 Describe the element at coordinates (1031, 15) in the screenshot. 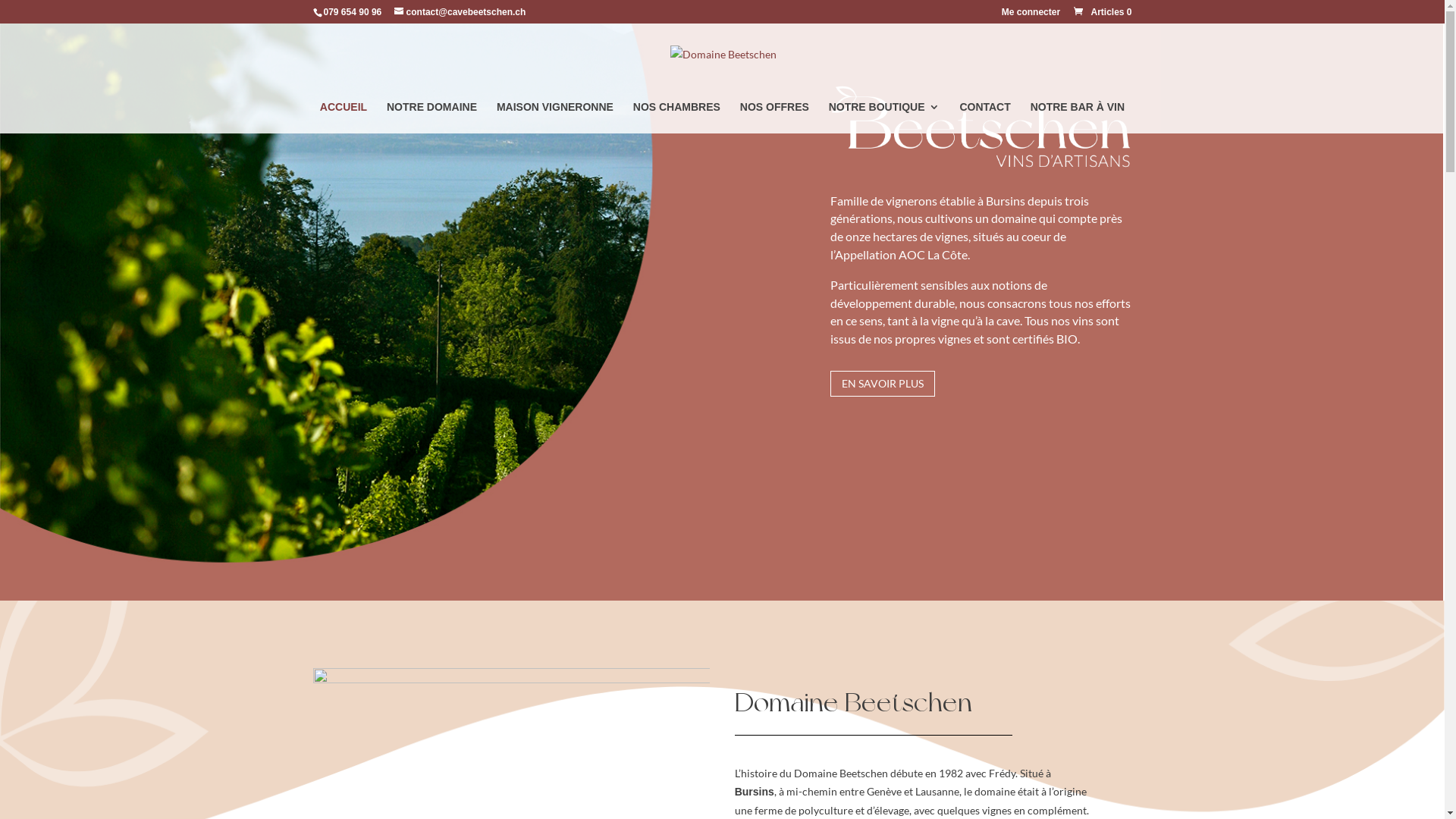

I see `'Me connecter'` at that location.